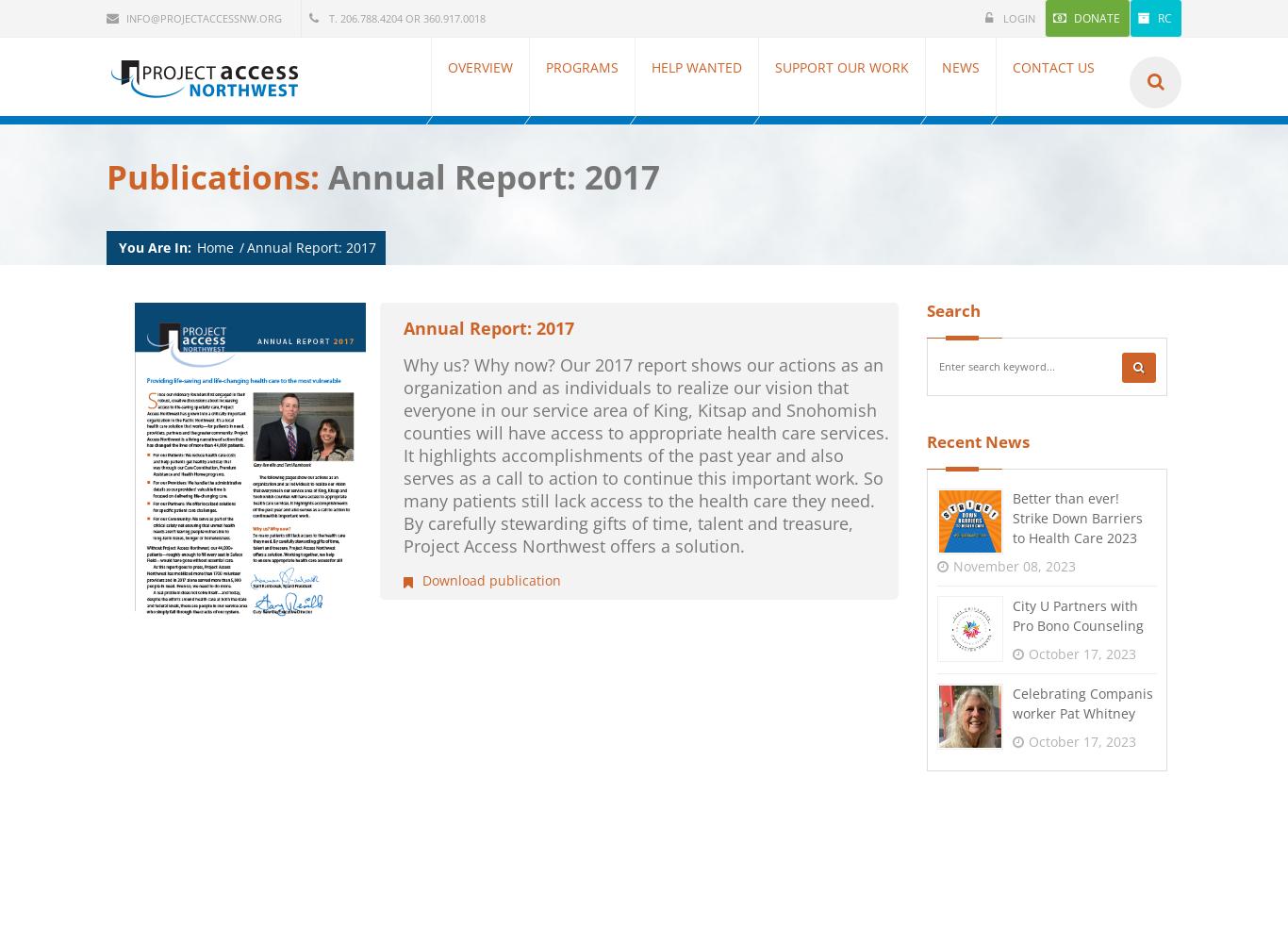 This screenshot has height=943, width=1288. Describe the element at coordinates (1078, 615) in the screenshot. I see `'City U Partners with Pro Bono Counseling'` at that location.